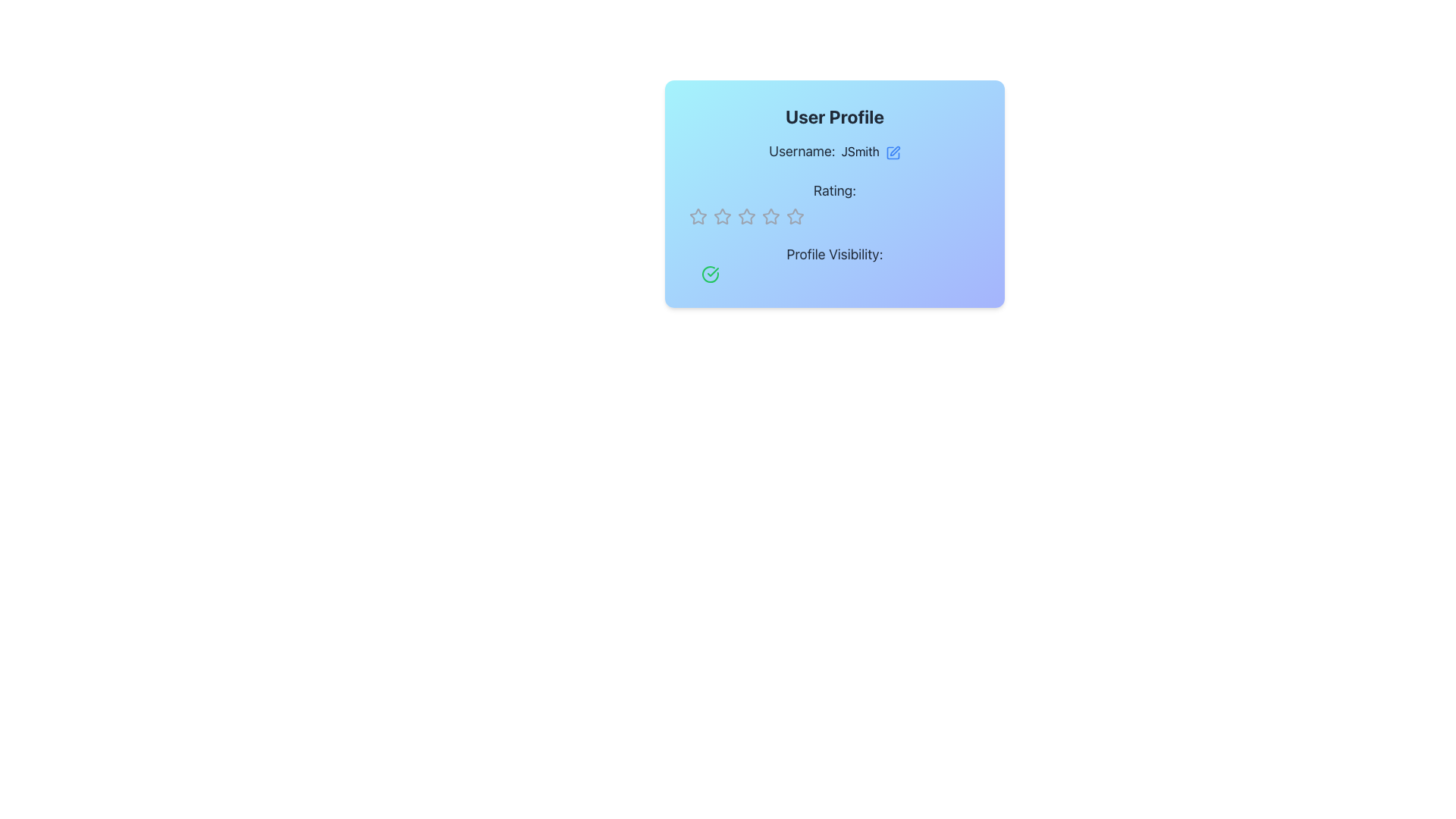  I want to click on the 'Username: JSmith' text block with the accompanying edit icon, so click(833, 152).